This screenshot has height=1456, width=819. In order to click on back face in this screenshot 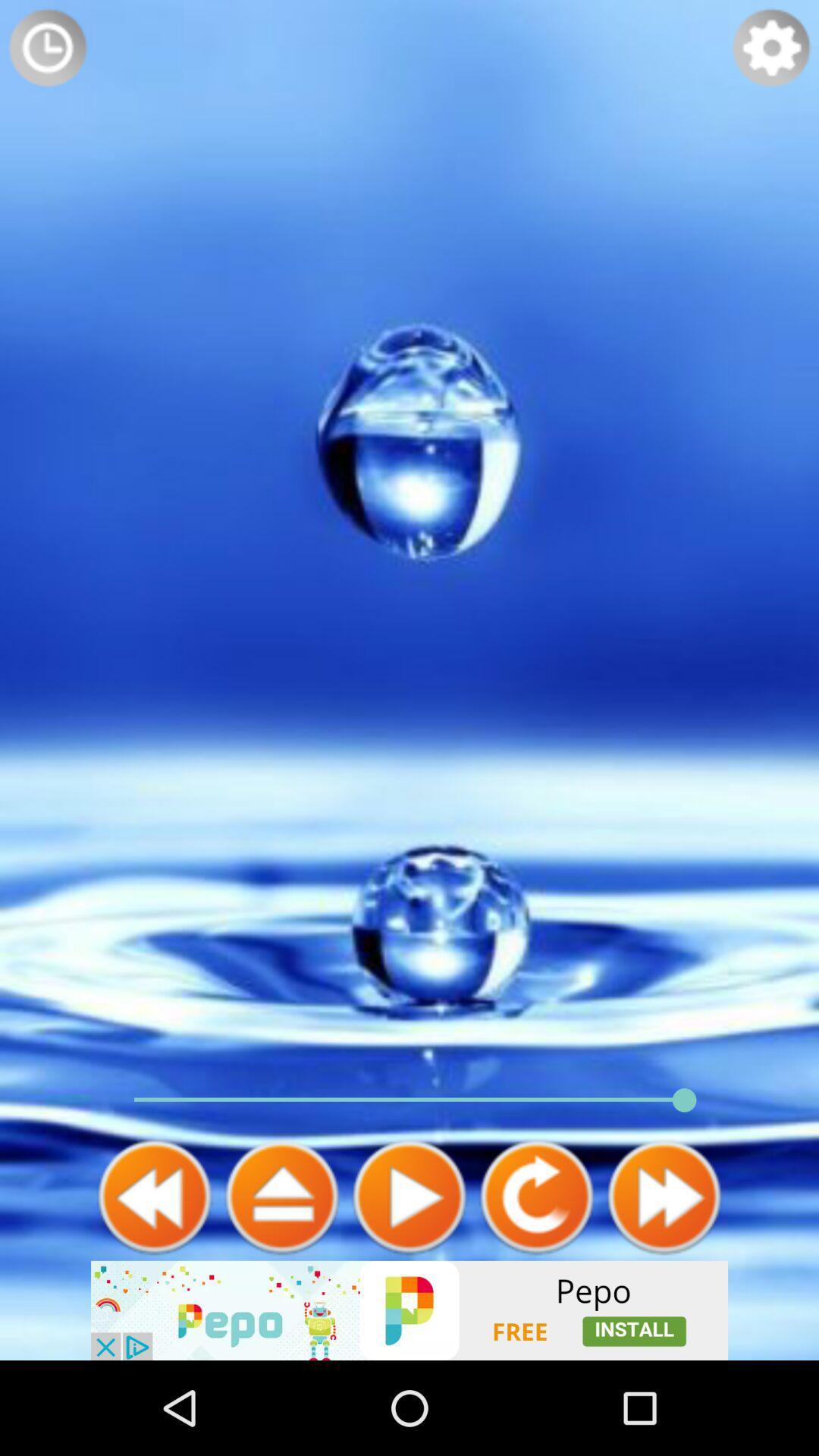, I will do `click(155, 1196)`.